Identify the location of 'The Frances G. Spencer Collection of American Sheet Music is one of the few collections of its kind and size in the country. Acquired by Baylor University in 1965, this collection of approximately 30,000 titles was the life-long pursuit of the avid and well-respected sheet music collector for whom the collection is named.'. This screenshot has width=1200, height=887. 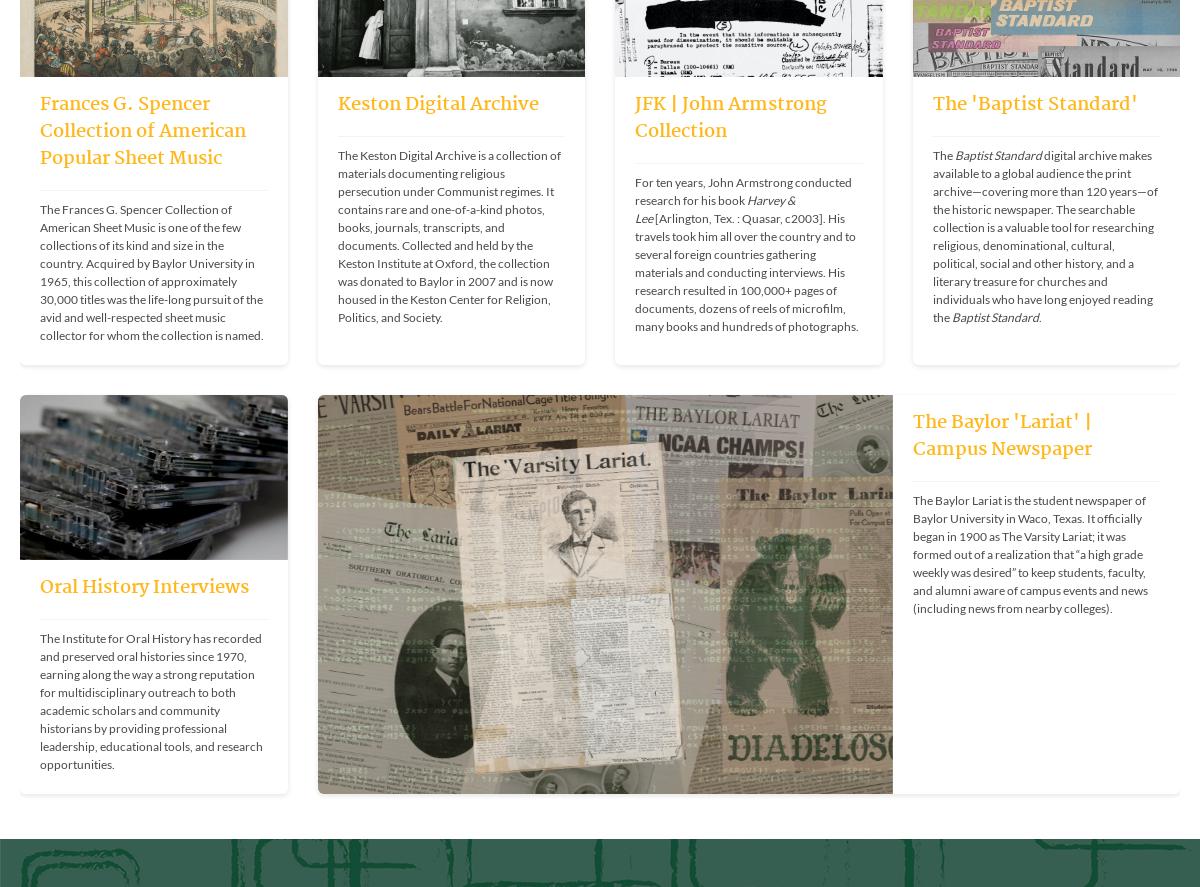
(151, 270).